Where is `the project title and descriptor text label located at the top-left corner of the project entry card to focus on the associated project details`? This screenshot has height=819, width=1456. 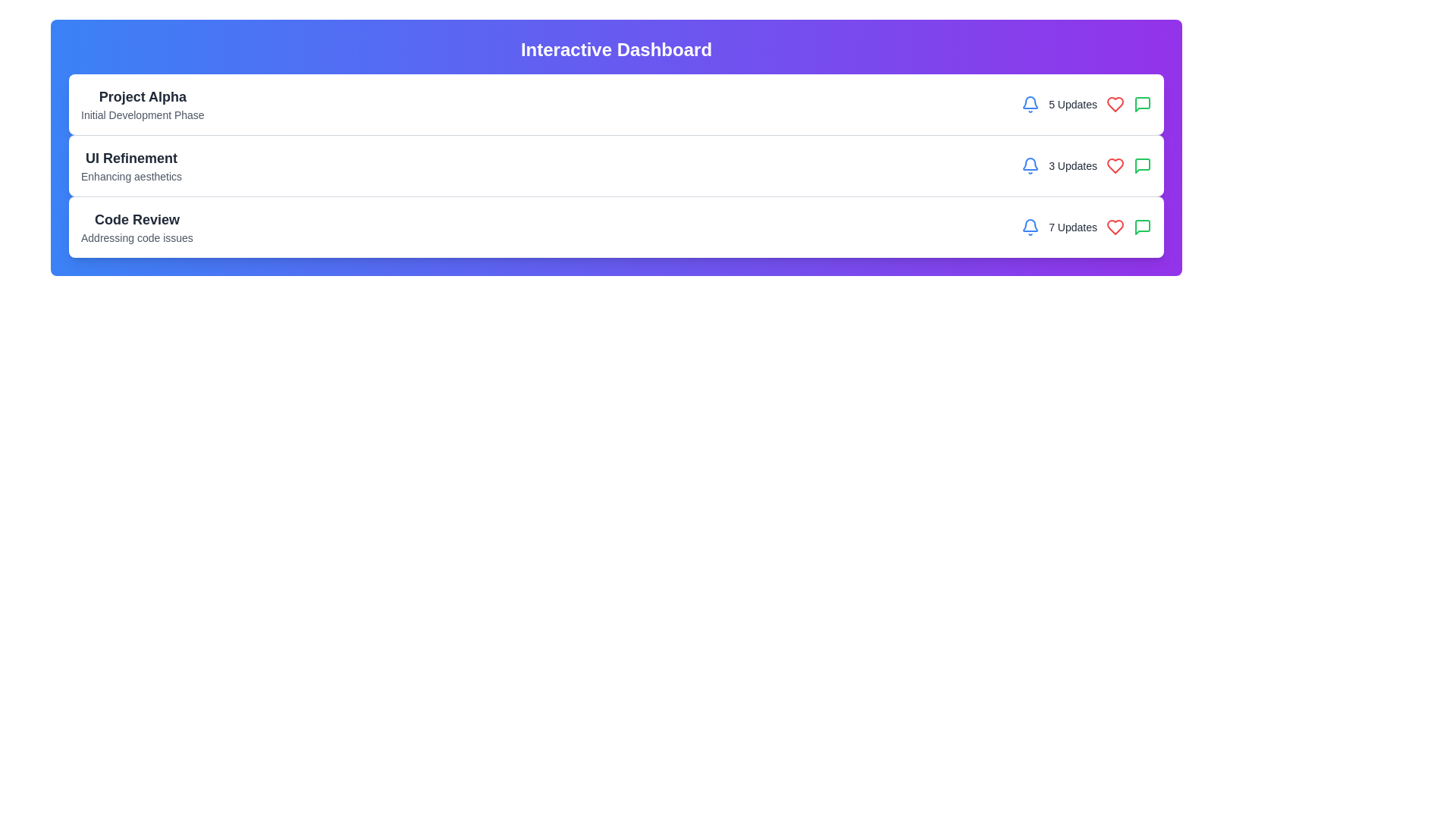
the project title and descriptor text label located at the top-left corner of the project entry card to focus on the associated project details is located at coordinates (142, 104).